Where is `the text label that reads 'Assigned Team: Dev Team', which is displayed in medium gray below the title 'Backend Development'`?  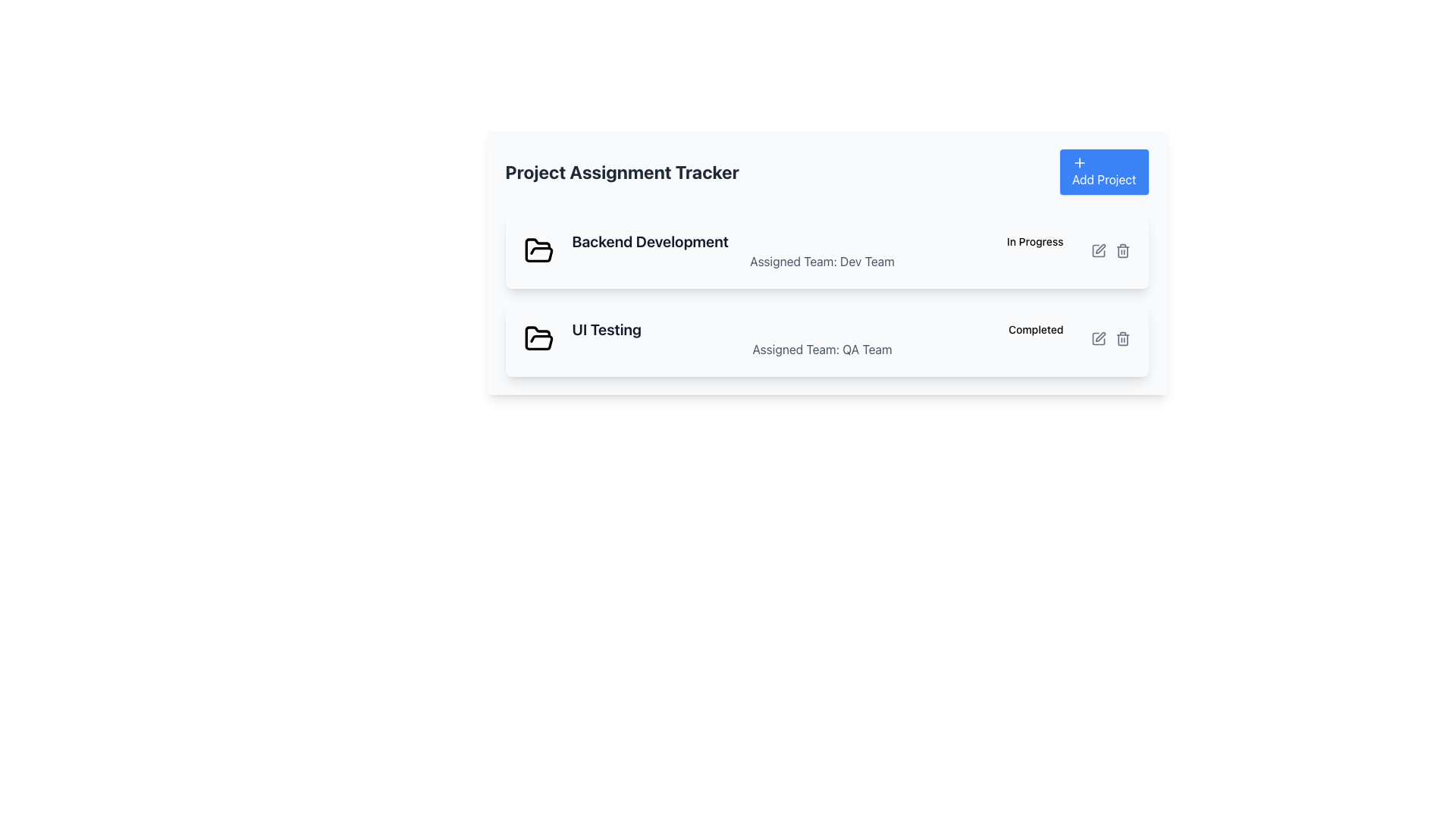 the text label that reads 'Assigned Team: Dev Team', which is displayed in medium gray below the title 'Backend Development' is located at coordinates (821, 260).